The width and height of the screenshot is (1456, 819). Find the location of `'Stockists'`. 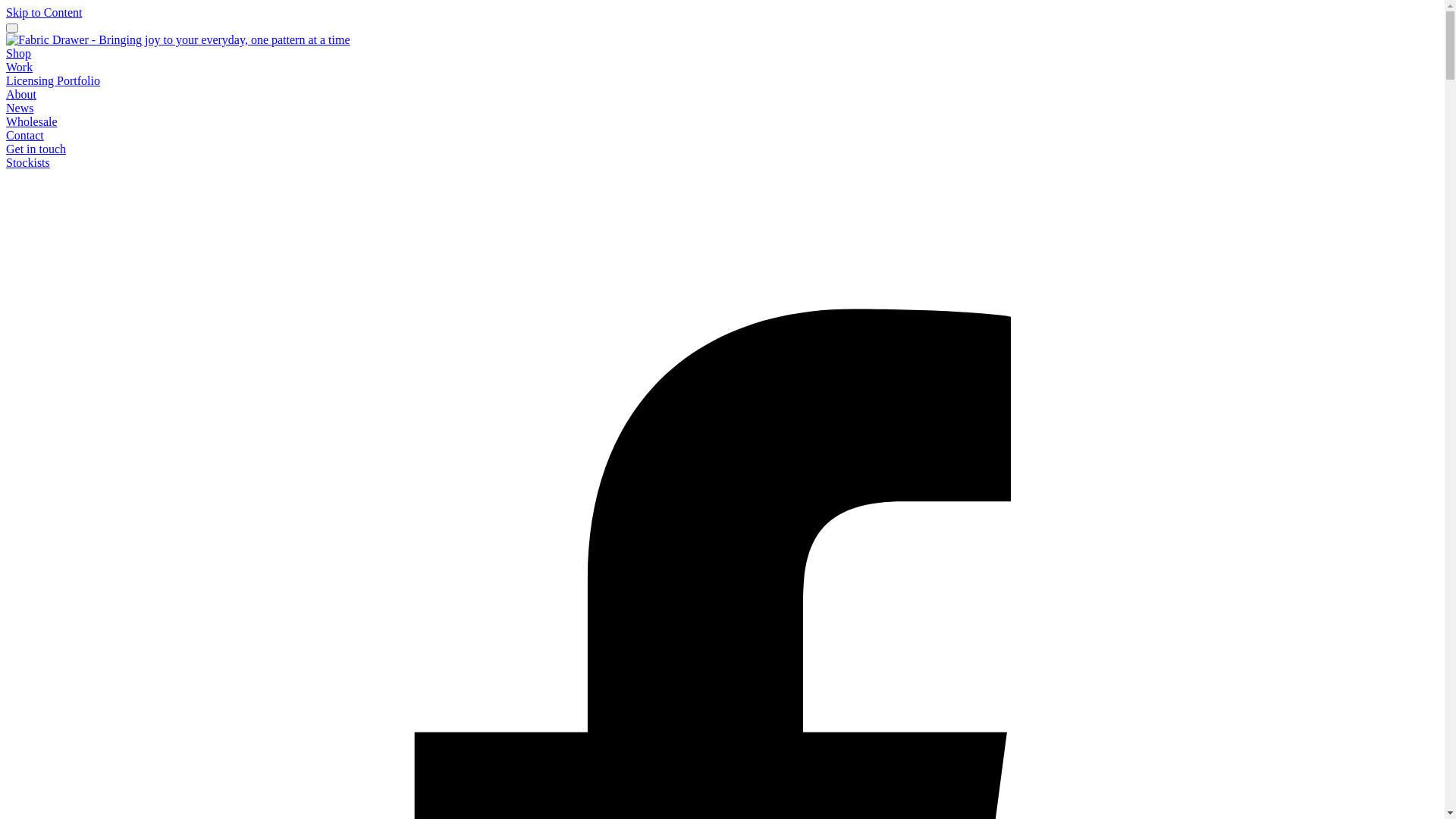

'Stockists' is located at coordinates (28, 162).